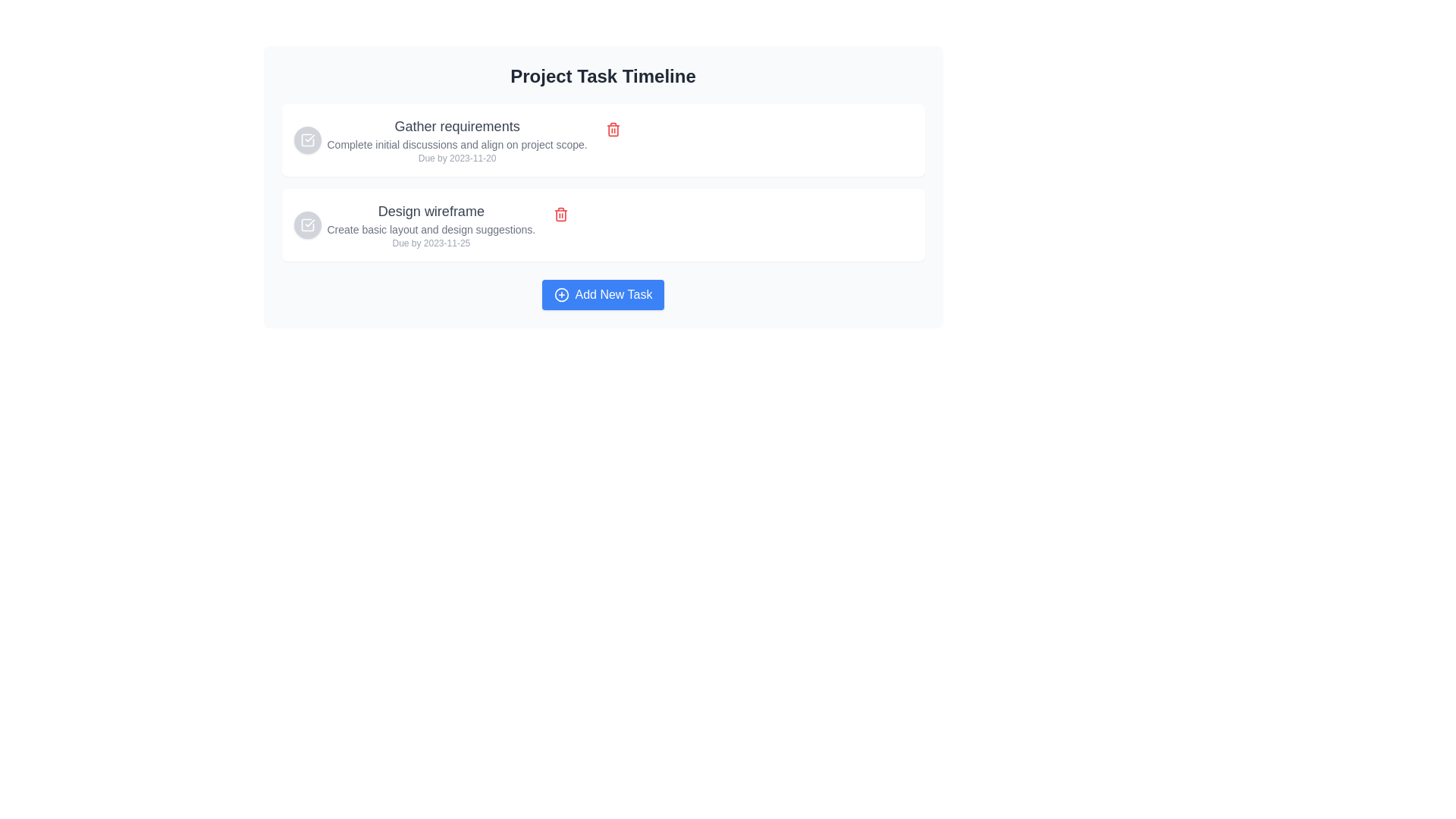  I want to click on the Task Information Block containing the heading 'Gather requirements', so click(457, 140).